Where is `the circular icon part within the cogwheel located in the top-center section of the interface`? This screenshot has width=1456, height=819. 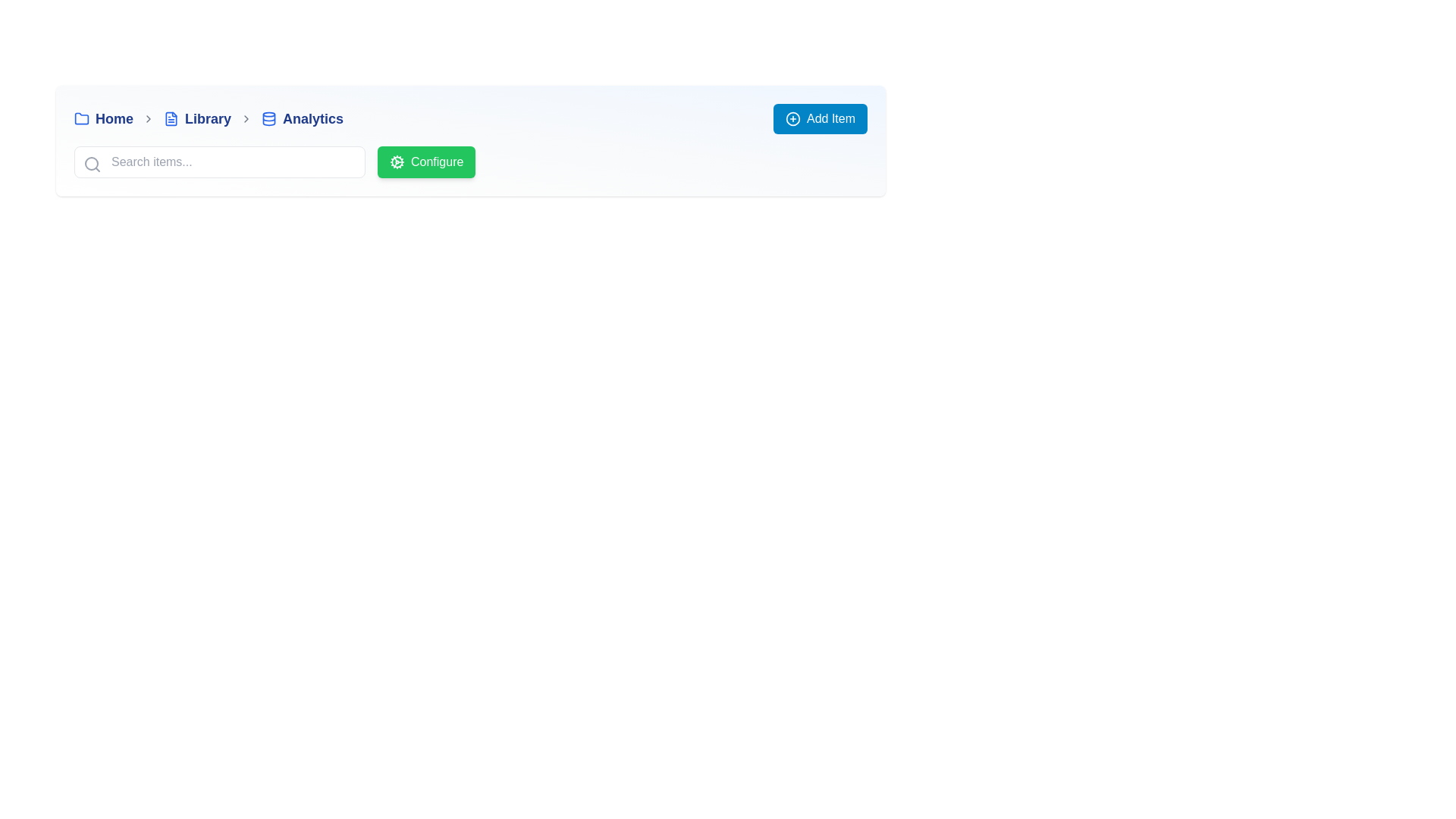
the circular icon part within the cogwheel located in the top-center section of the interface is located at coordinates (397, 162).